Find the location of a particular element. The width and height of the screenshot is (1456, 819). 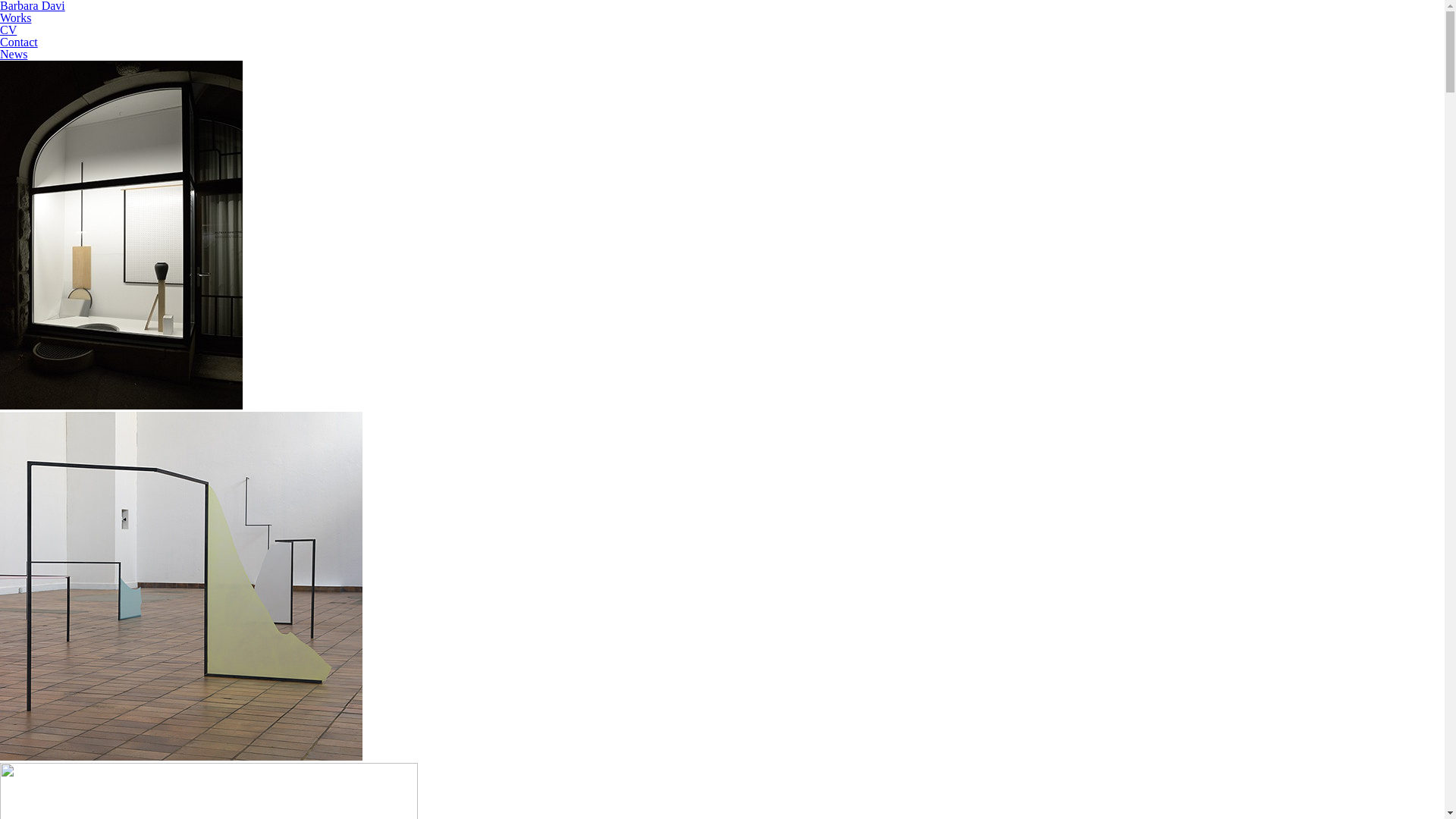

'Works' is located at coordinates (0, 17).